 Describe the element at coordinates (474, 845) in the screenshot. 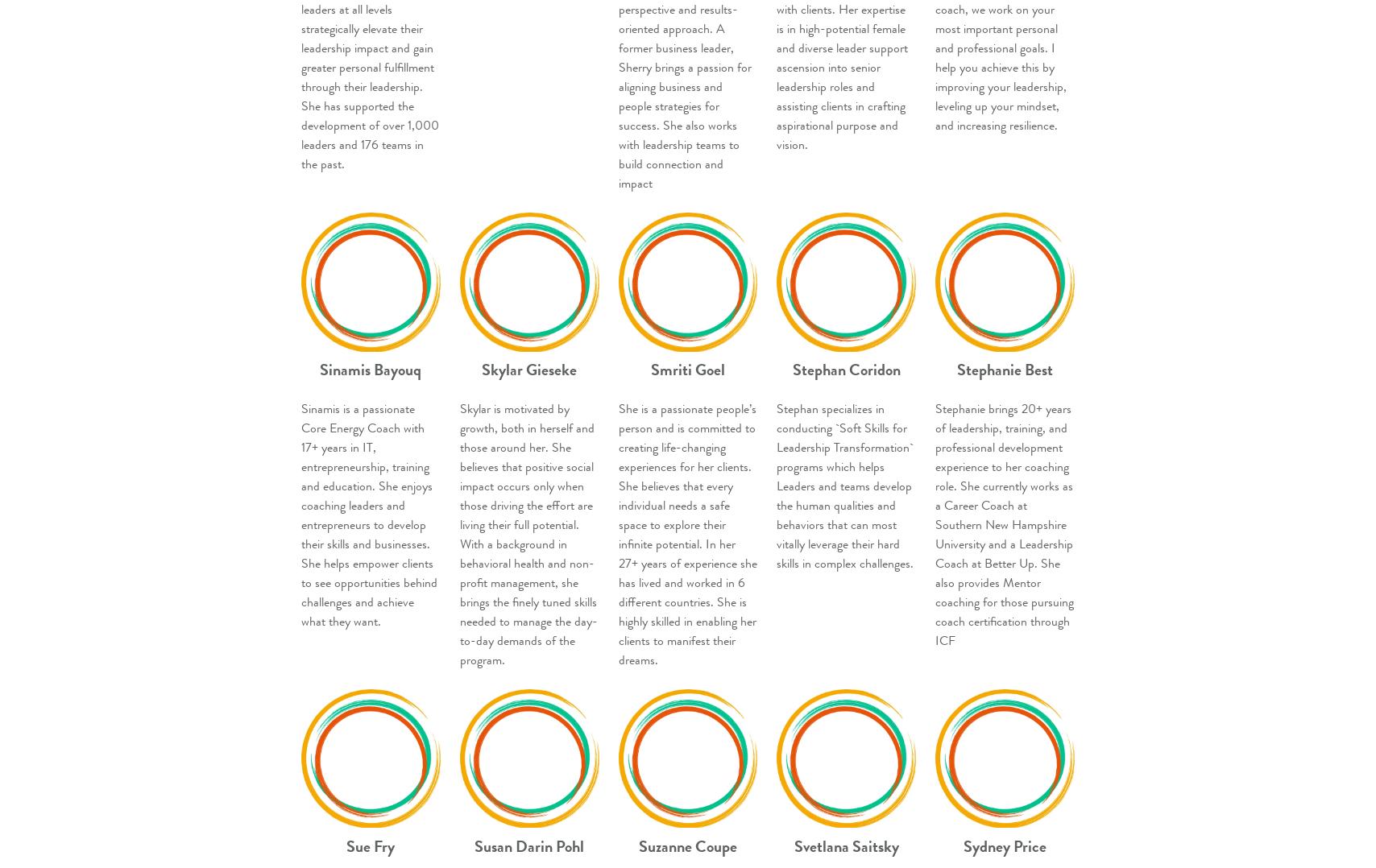

I see `'Susan Darin Pohl'` at that location.